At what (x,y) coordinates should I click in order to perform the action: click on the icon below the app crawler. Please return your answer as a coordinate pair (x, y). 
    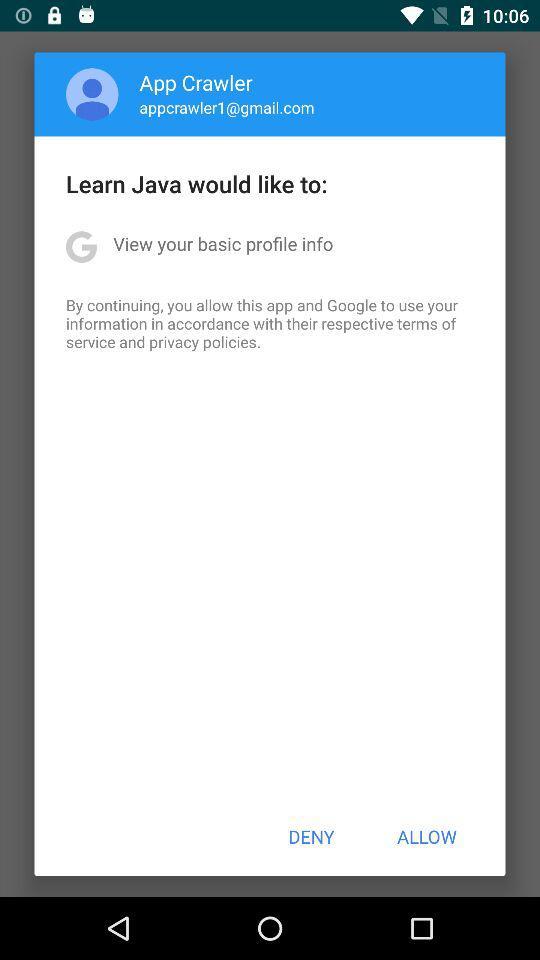
    Looking at the image, I should click on (226, 107).